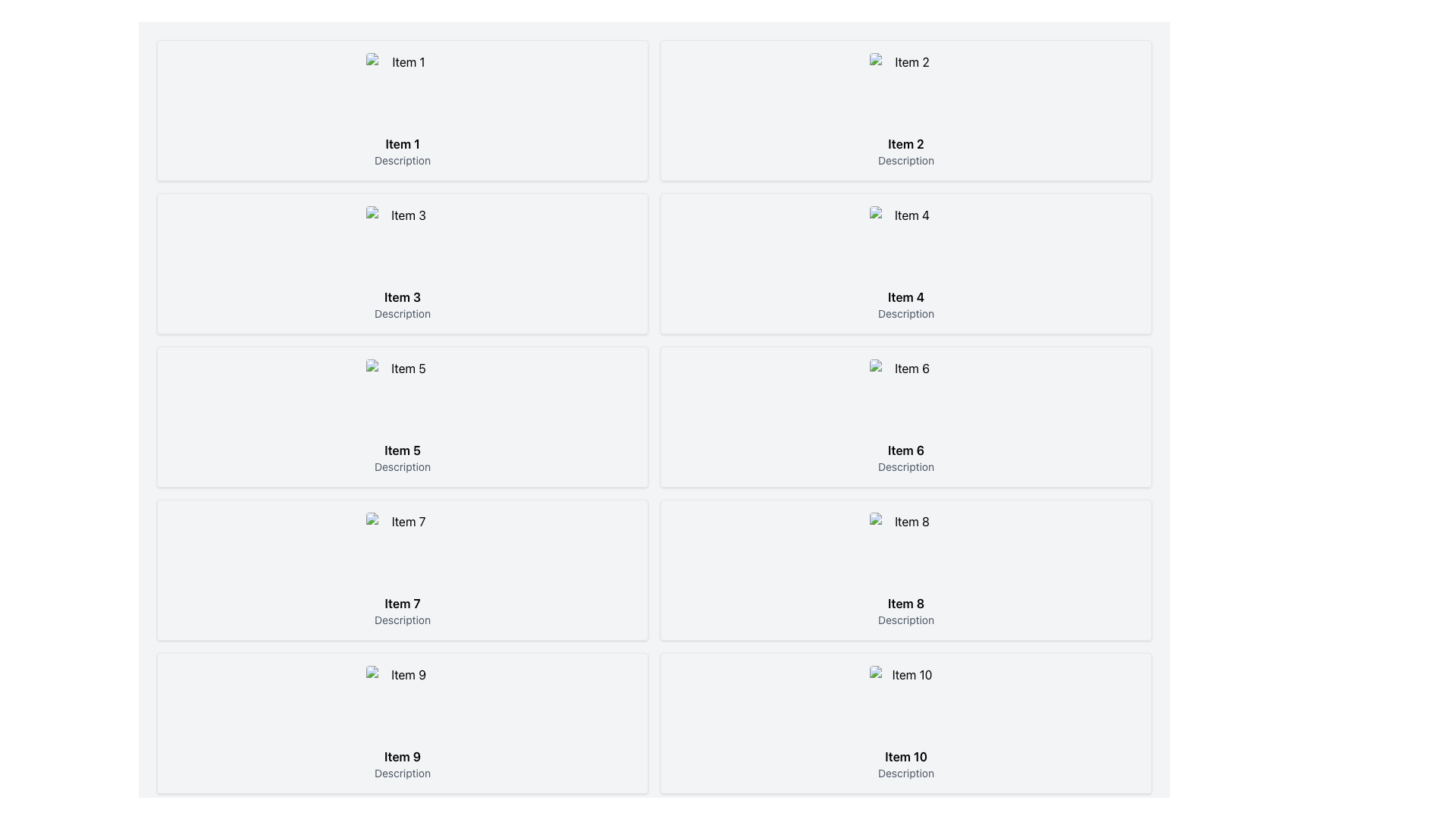 The image size is (1456, 819). What do you see at coordinates (906, 417) in the screenshot?
I see `the sixth card component in the grid layout, which displays an item with an image and textual details` at bounding box center [906, 417].